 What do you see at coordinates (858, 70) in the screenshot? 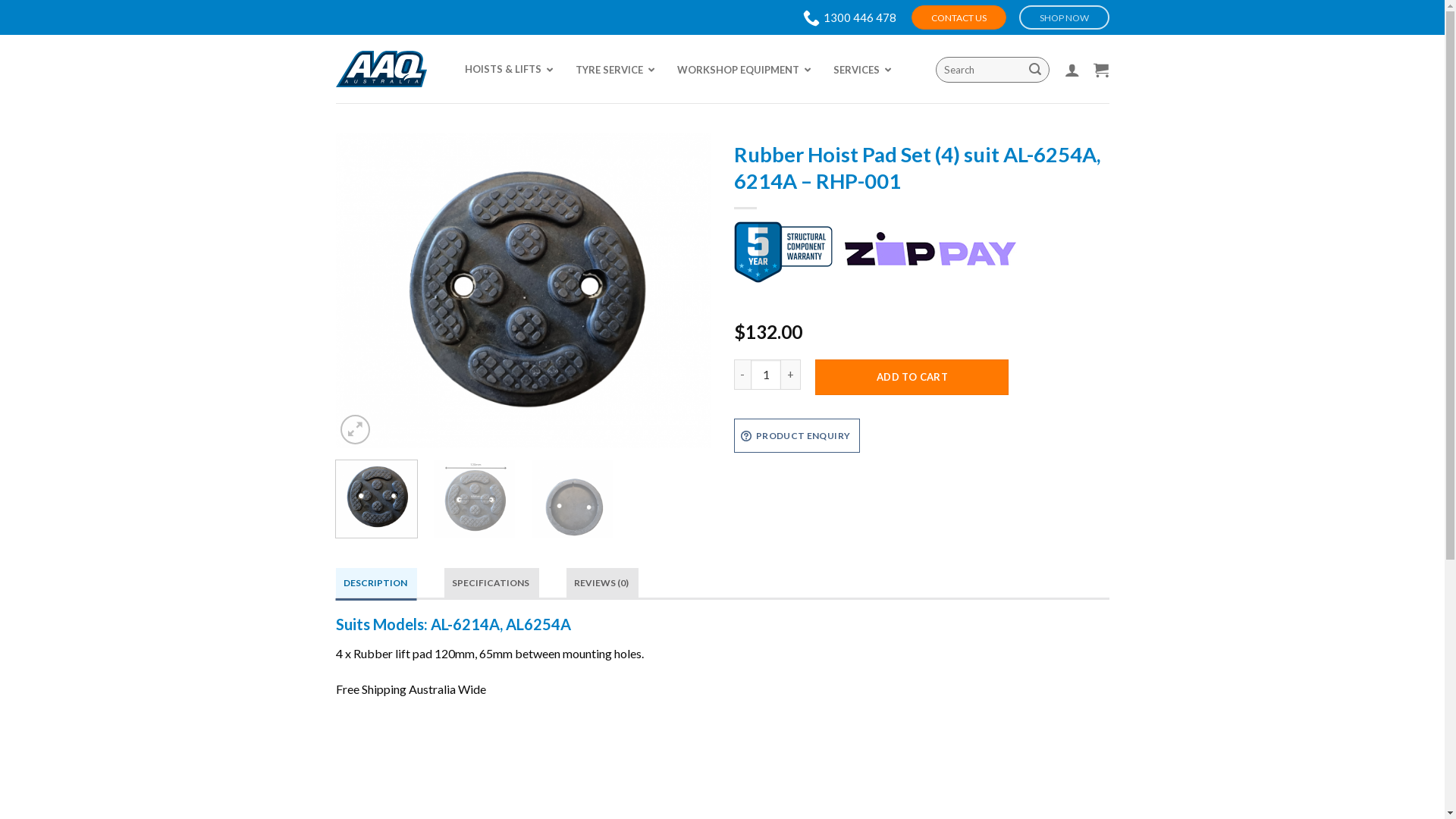
I see `'SERVICES'` at bounding box center [858, 70].